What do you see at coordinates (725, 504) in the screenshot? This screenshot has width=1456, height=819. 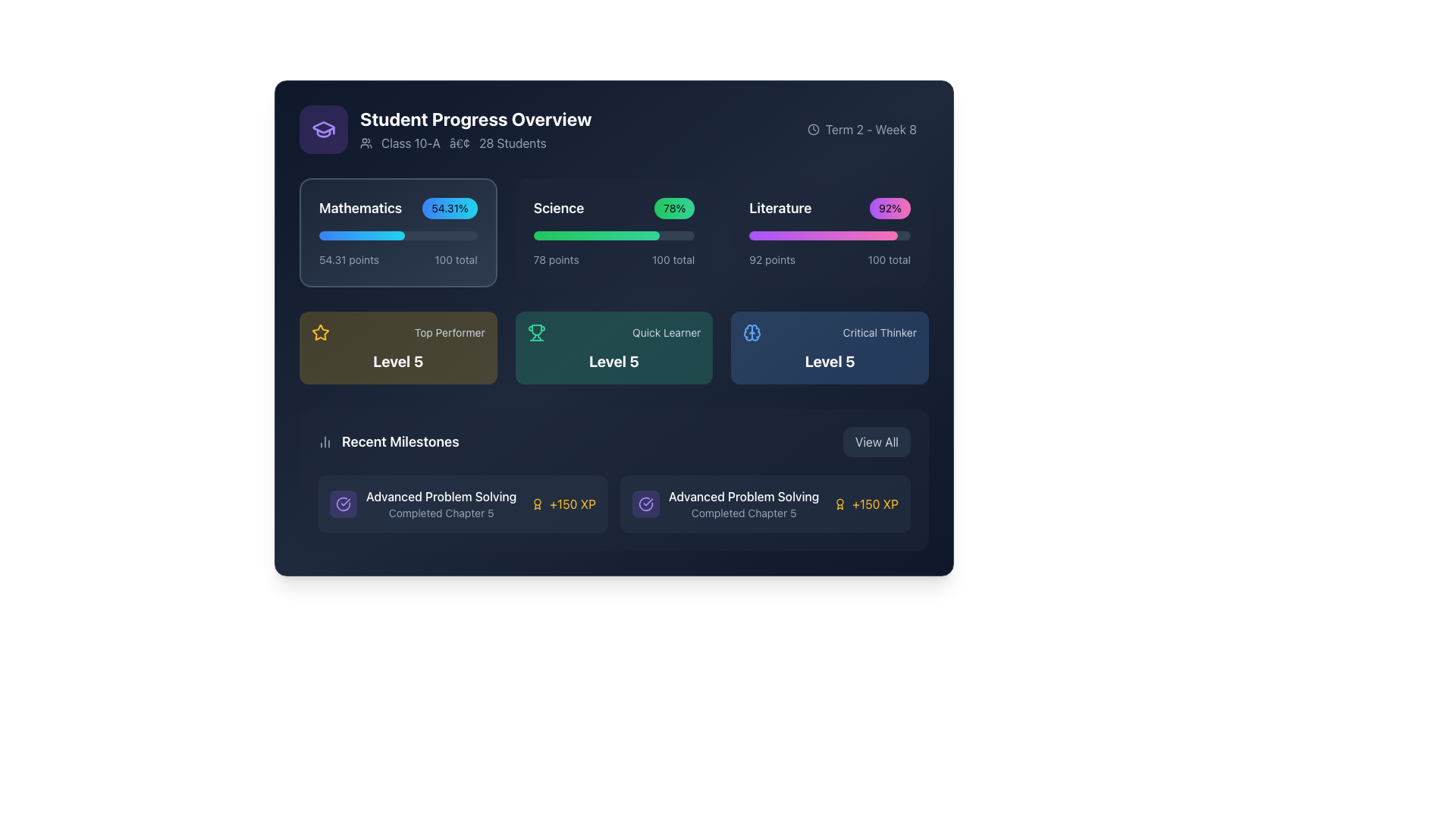 I see `the informational card displaying the milestone 'Advanced Problem Solving' with the subtitle 'Completed Chapter 5' in the 'Recent Milestones' section` at bounding box center [725, 504].